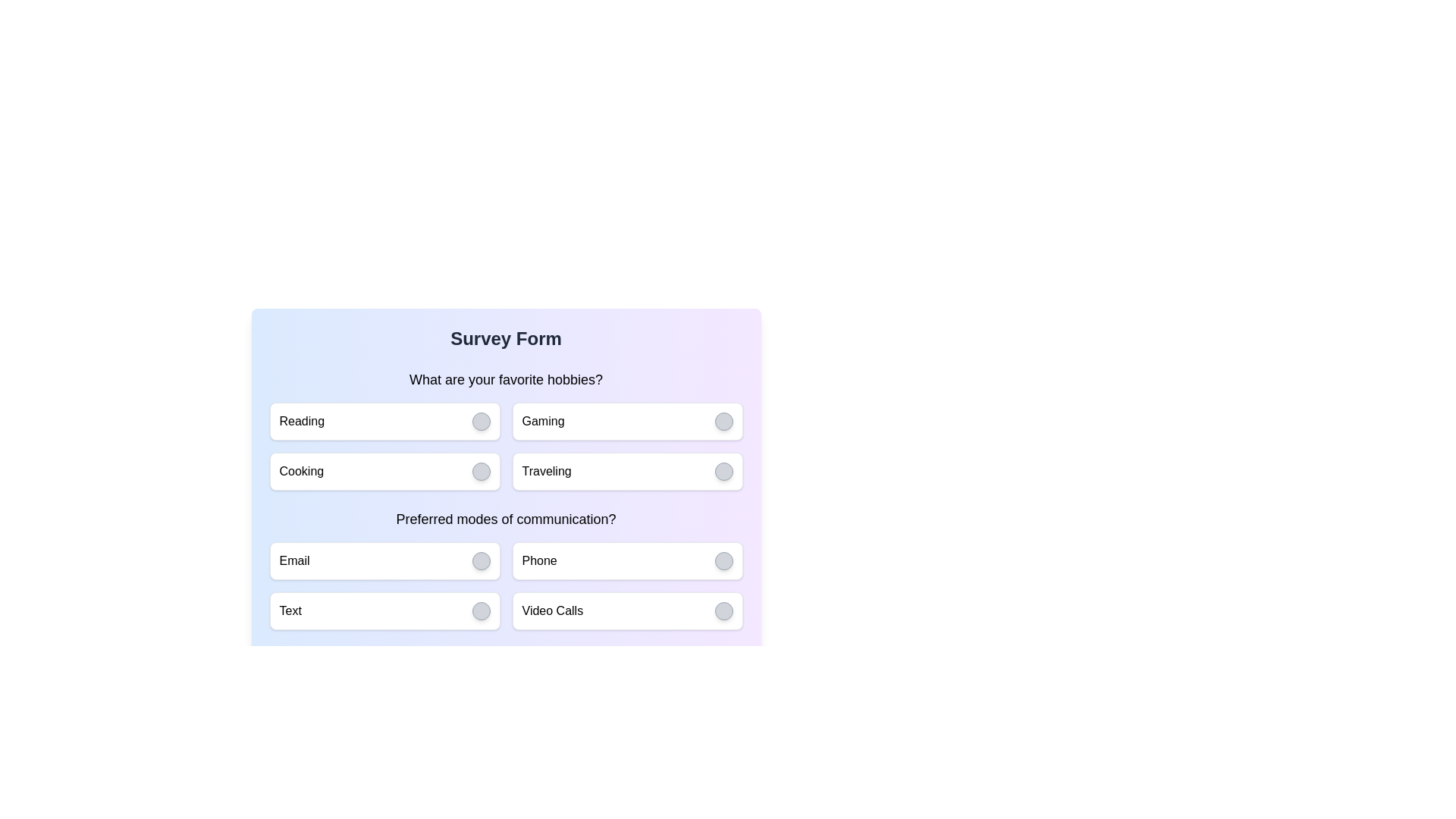  What do you see at coordinates (480, 470) in the screenshot?
I see `the radio button for the 'Cooking' hobby option` at bounding box center [480, 470].